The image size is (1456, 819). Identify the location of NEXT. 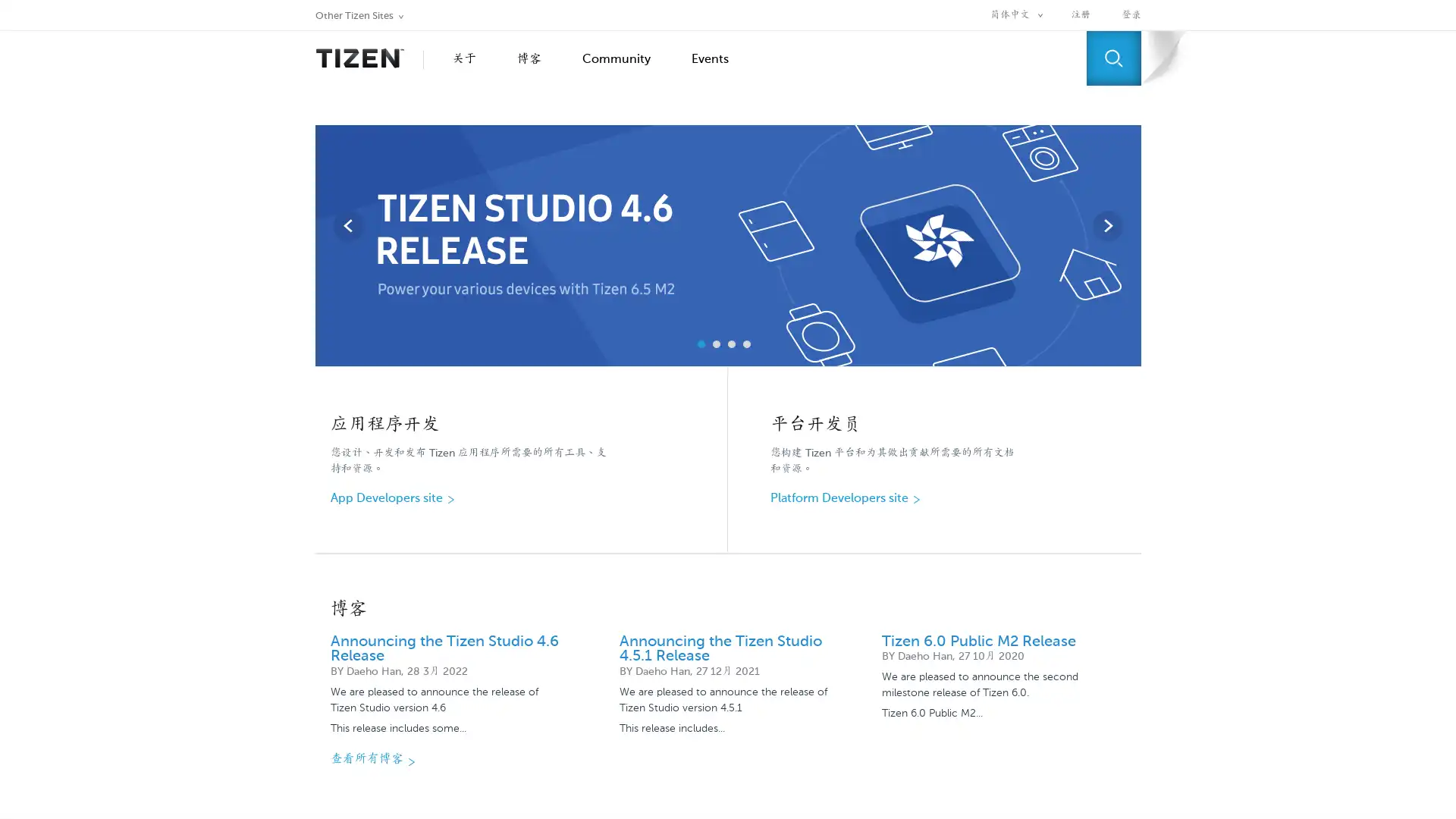
(1106, 225).